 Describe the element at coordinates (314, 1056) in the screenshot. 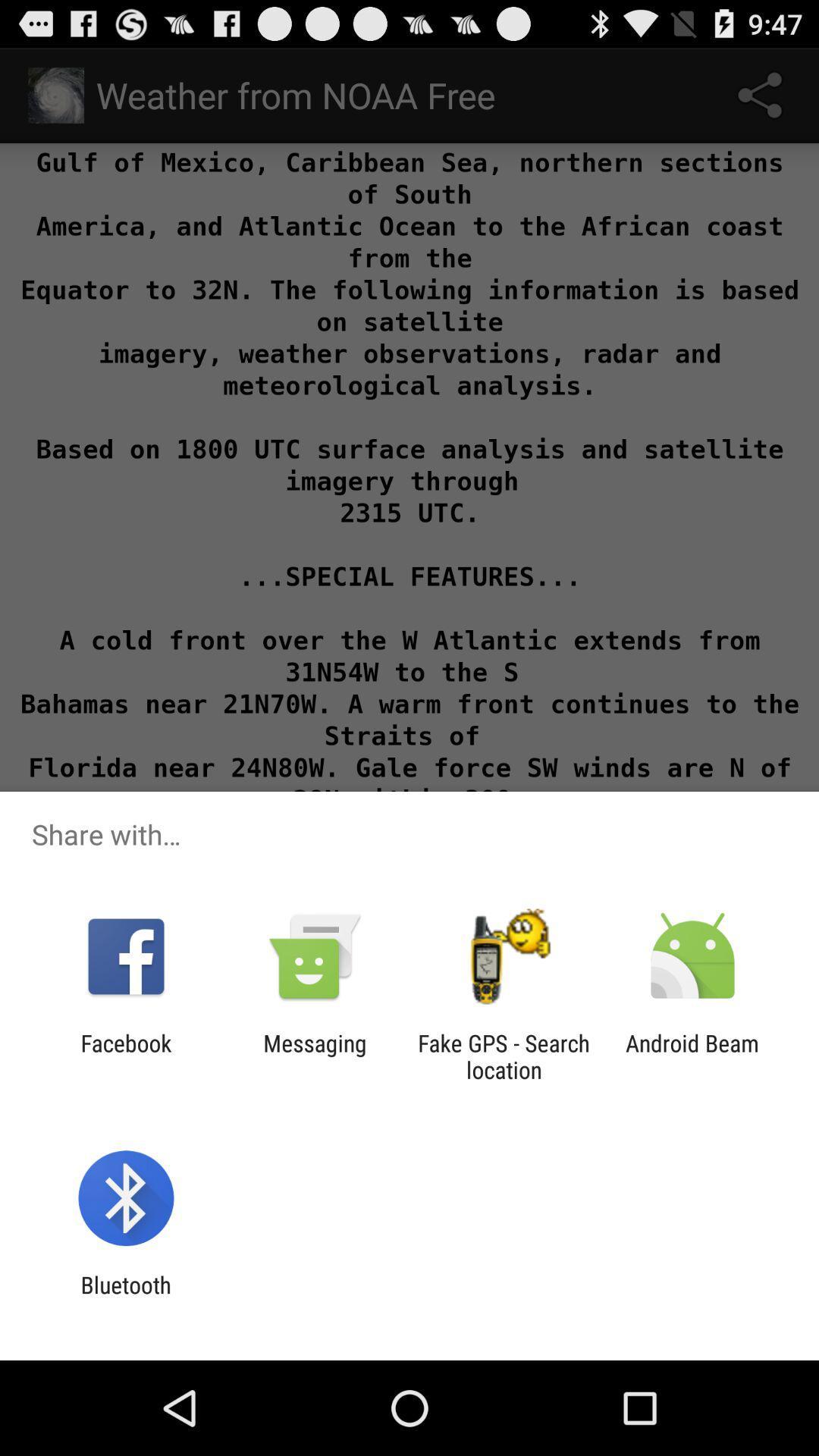

I see `app next to the fake gps search` at that location.